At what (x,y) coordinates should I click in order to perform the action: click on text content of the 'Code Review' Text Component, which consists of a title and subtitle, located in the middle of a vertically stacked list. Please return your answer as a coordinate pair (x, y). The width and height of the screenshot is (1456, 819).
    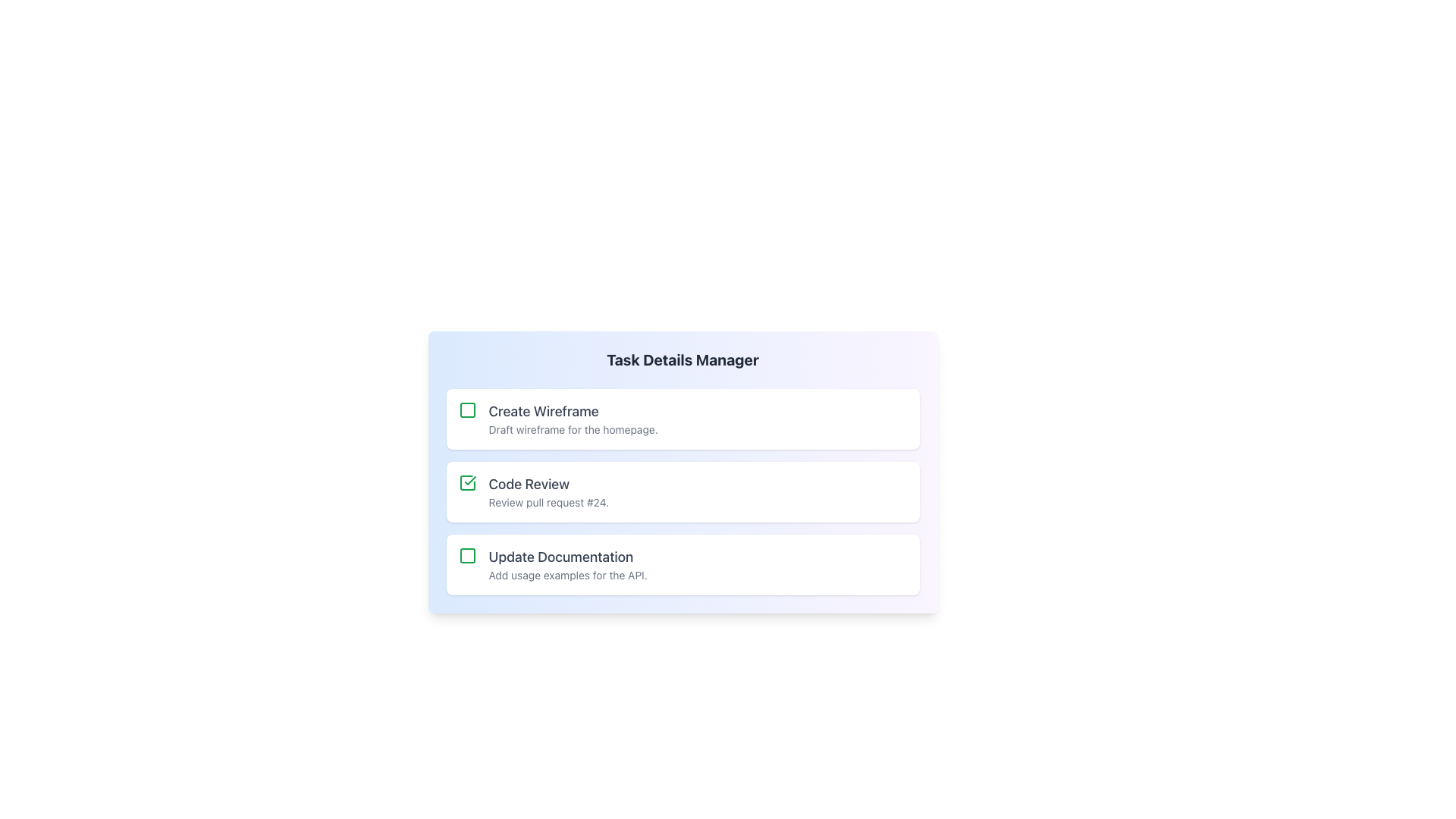
    Looking at the image, I should click on (548, 491).